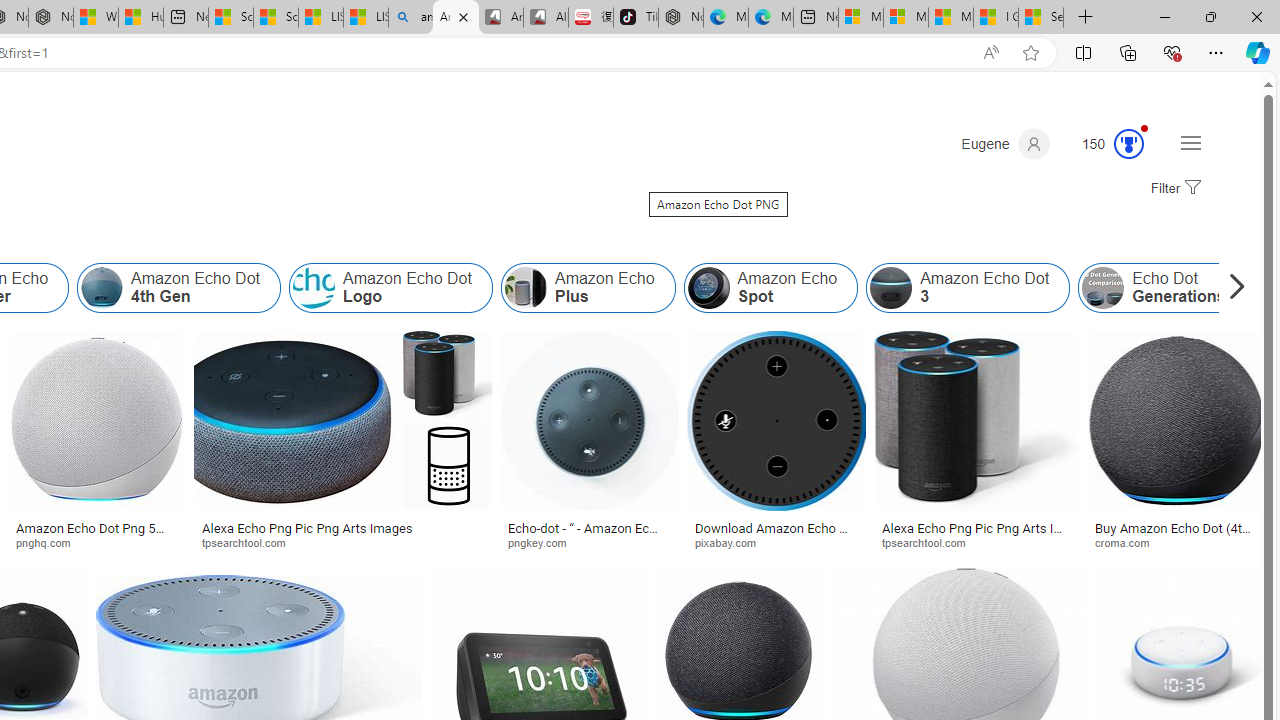  Describe the element at coordinates (343, 527) in the screenshot. I see `'Alexa Echo Png Pic Png Arts Images'` at that location.